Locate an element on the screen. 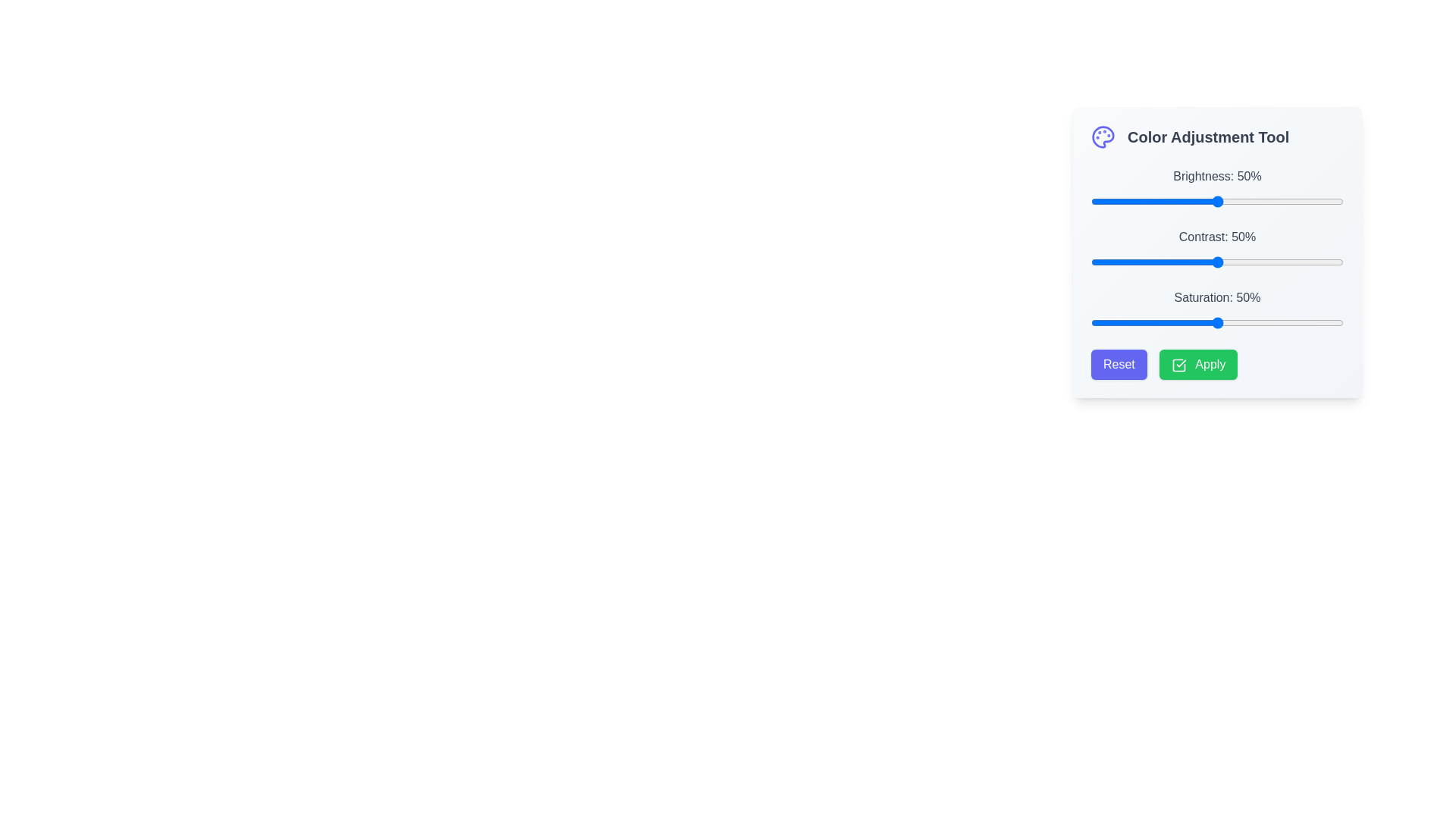  the contrast is located at coordinates (1255, 262).